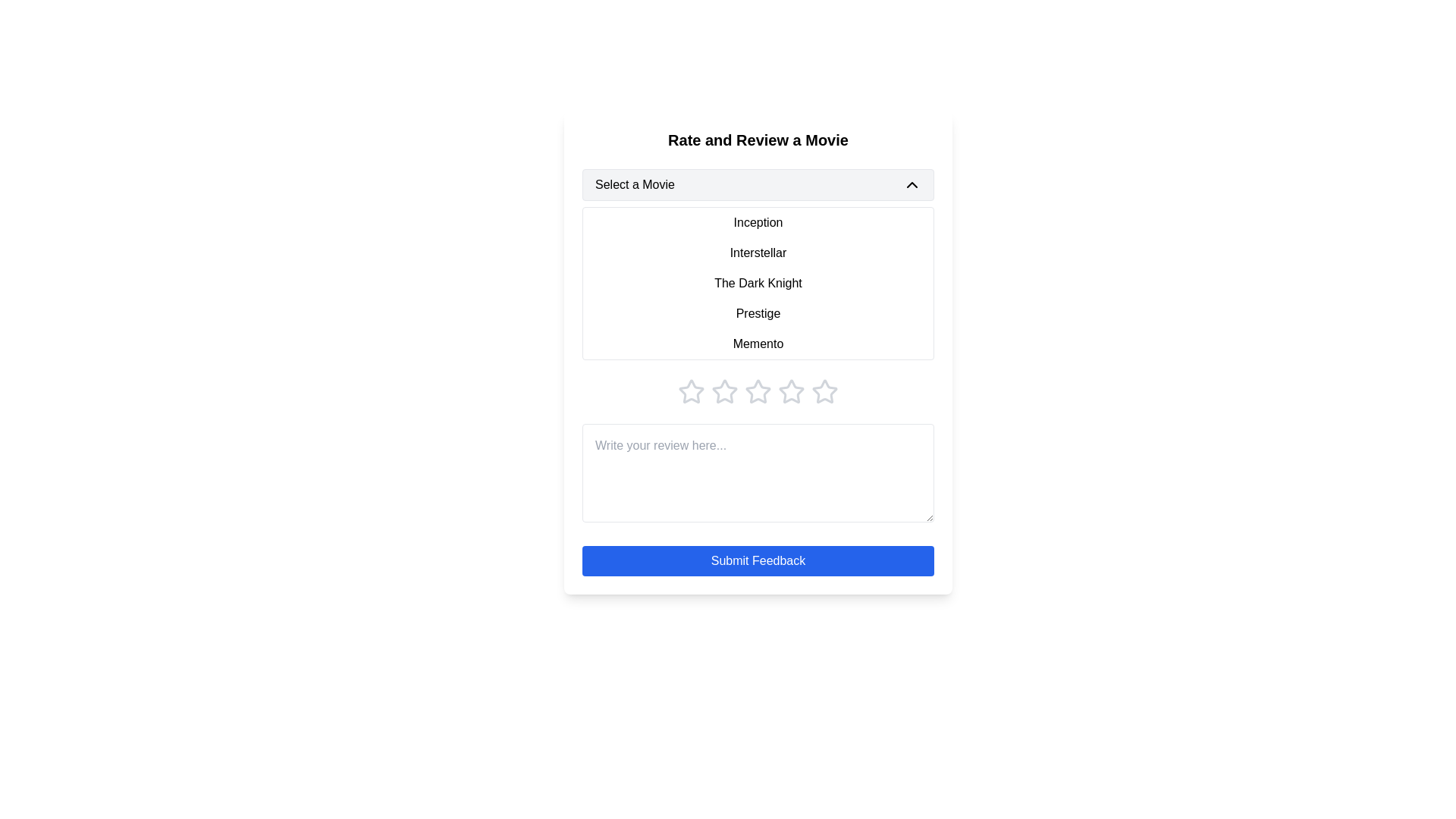 The height and width of the screenshot is (819, 1456). I want to click on a row in the Dropdown menu, so click(758, 284).